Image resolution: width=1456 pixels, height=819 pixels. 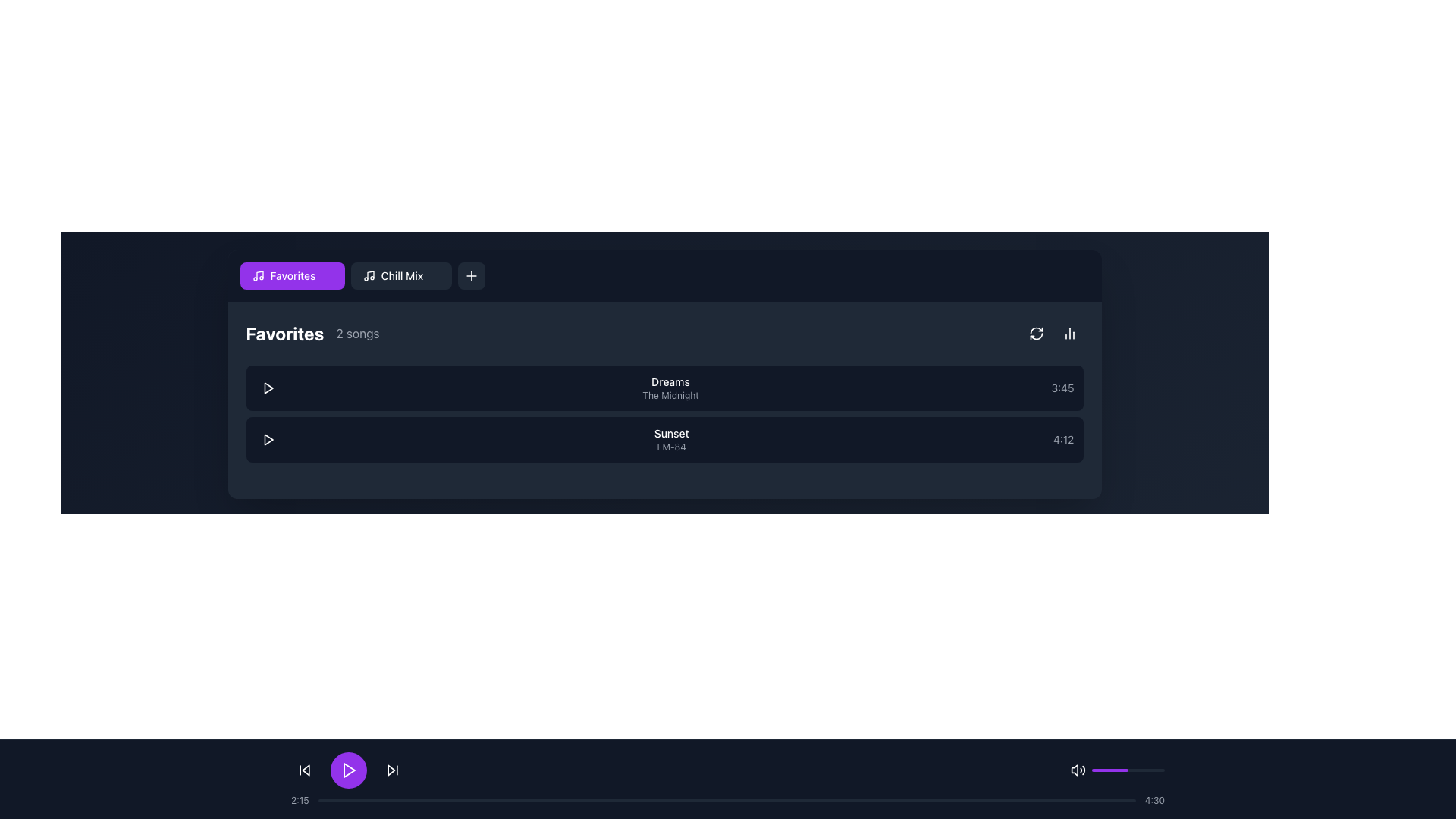 What do you see at coordinates (475, 800) in the screenshot?
I see `the playback position` at bounding box center [475, 800].